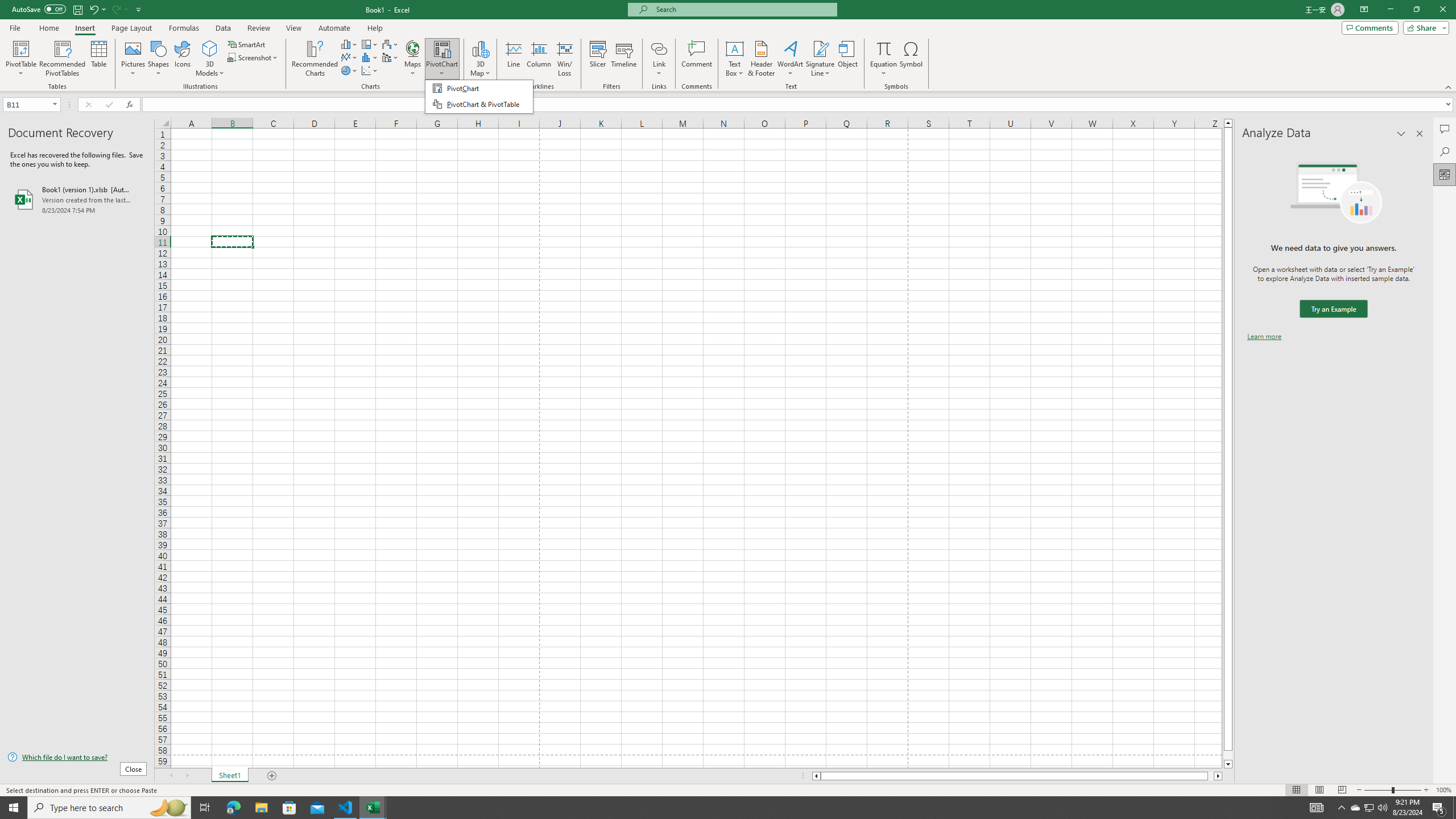 The width and height of the screenshot is (1456, 819). I want to click on 'Start', so click(14, 806).